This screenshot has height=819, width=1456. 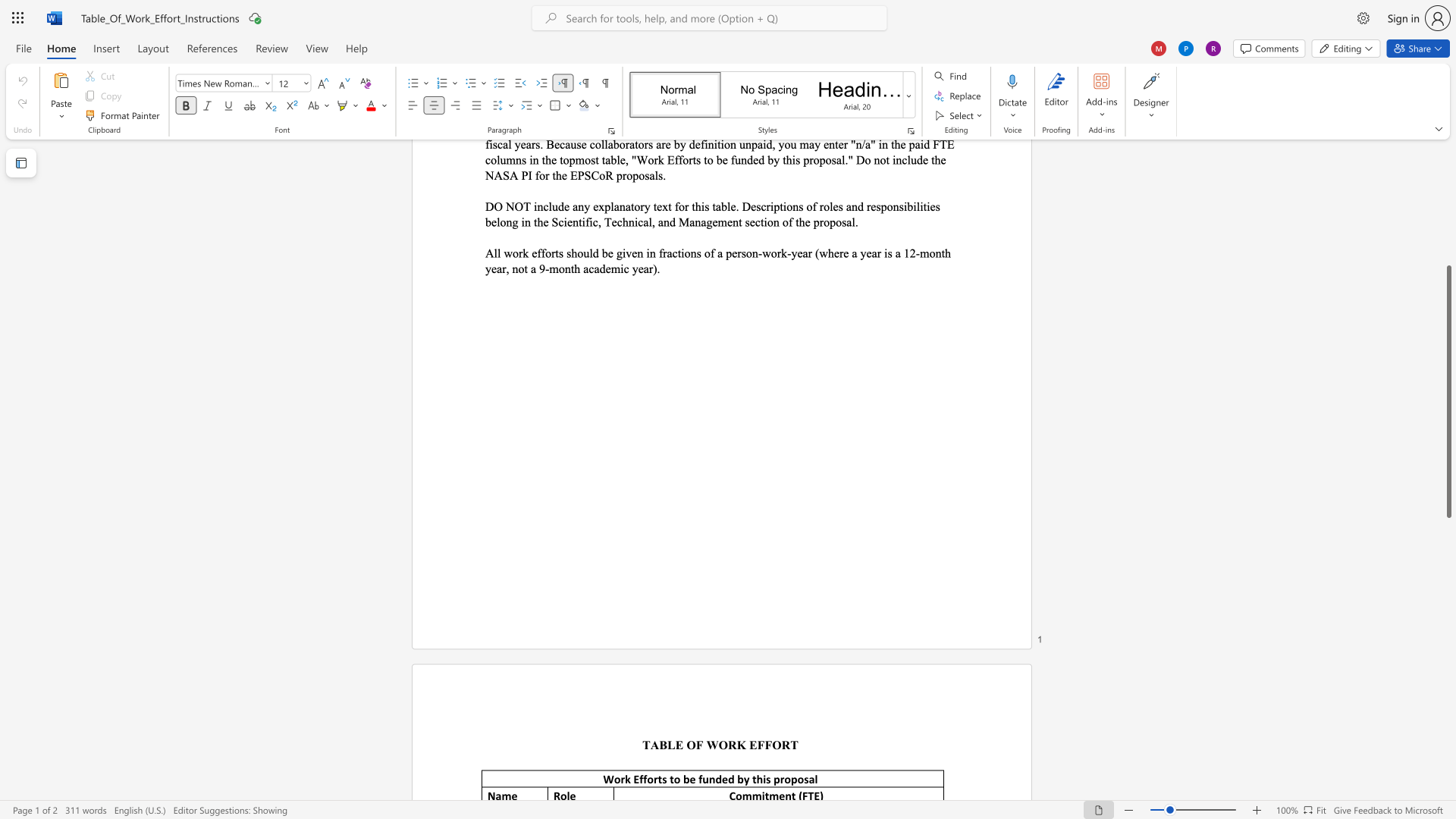 I want to click on the scrollbar to slide the page up, so click(x=1448, y=166).